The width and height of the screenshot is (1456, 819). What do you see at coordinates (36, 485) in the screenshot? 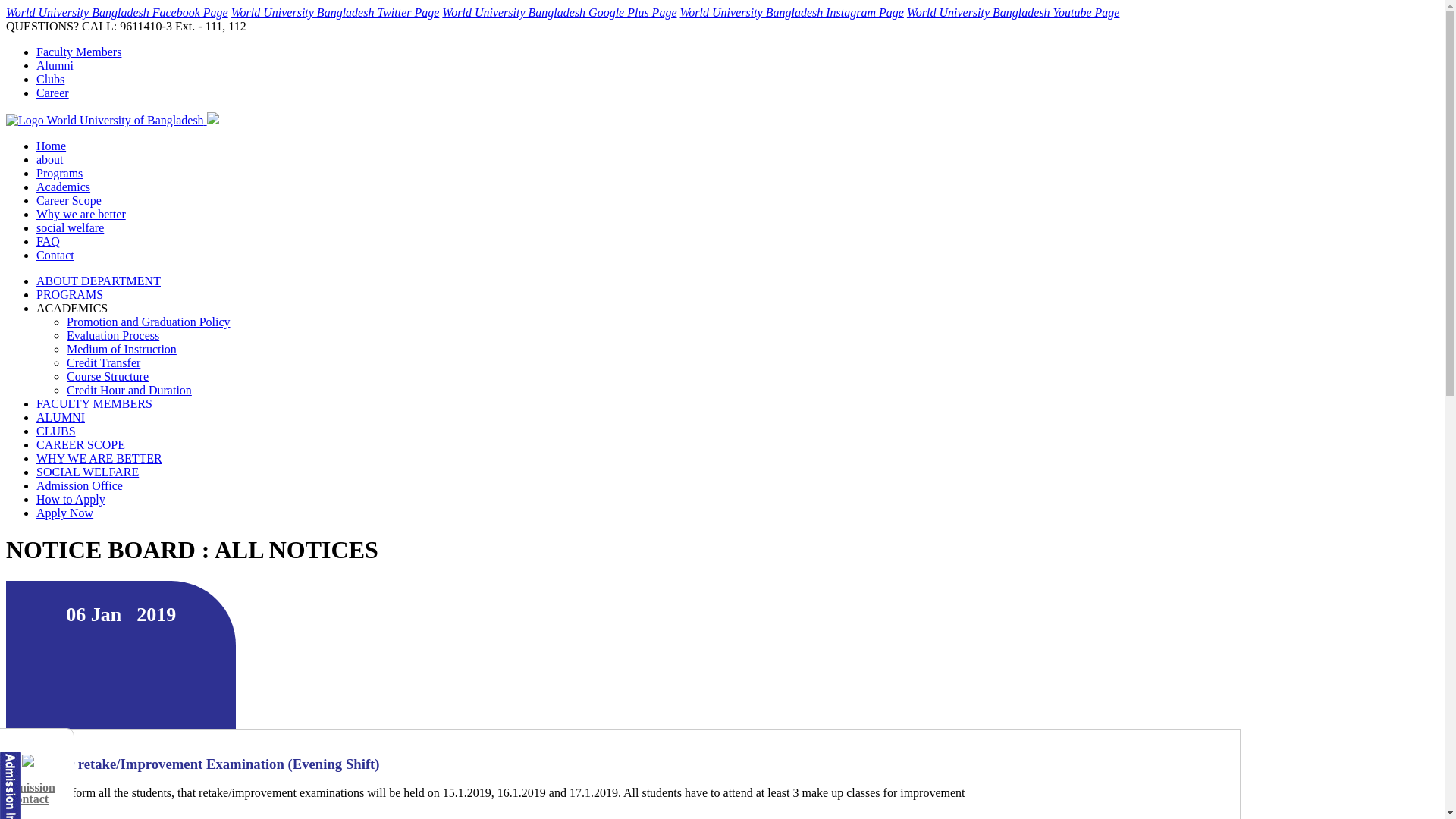
I see `'Admission Office'` at bounding box center [36, 485].